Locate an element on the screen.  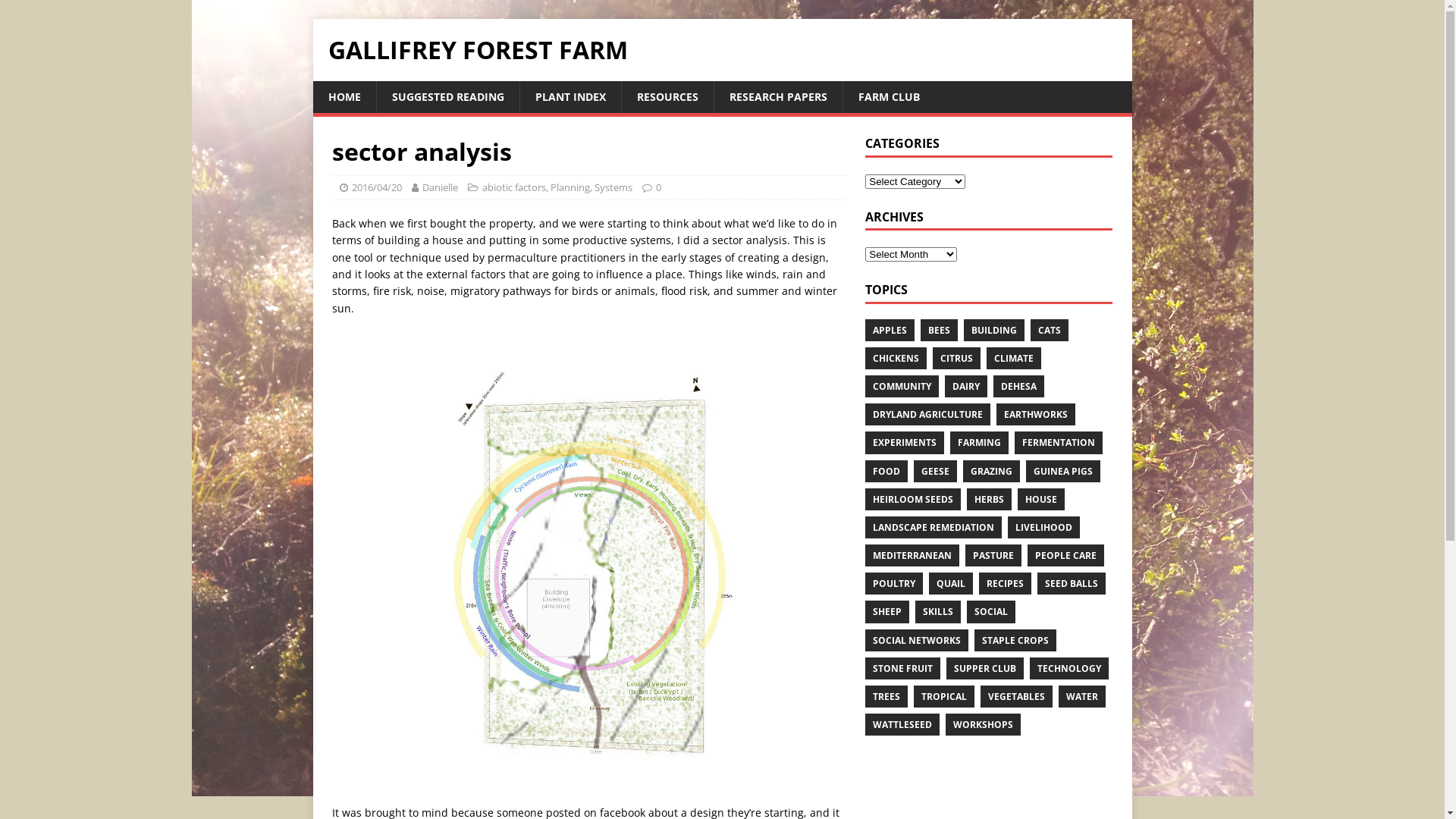
'LANDSCAPE REMEDIATION' is located at coordinates (932, 526).